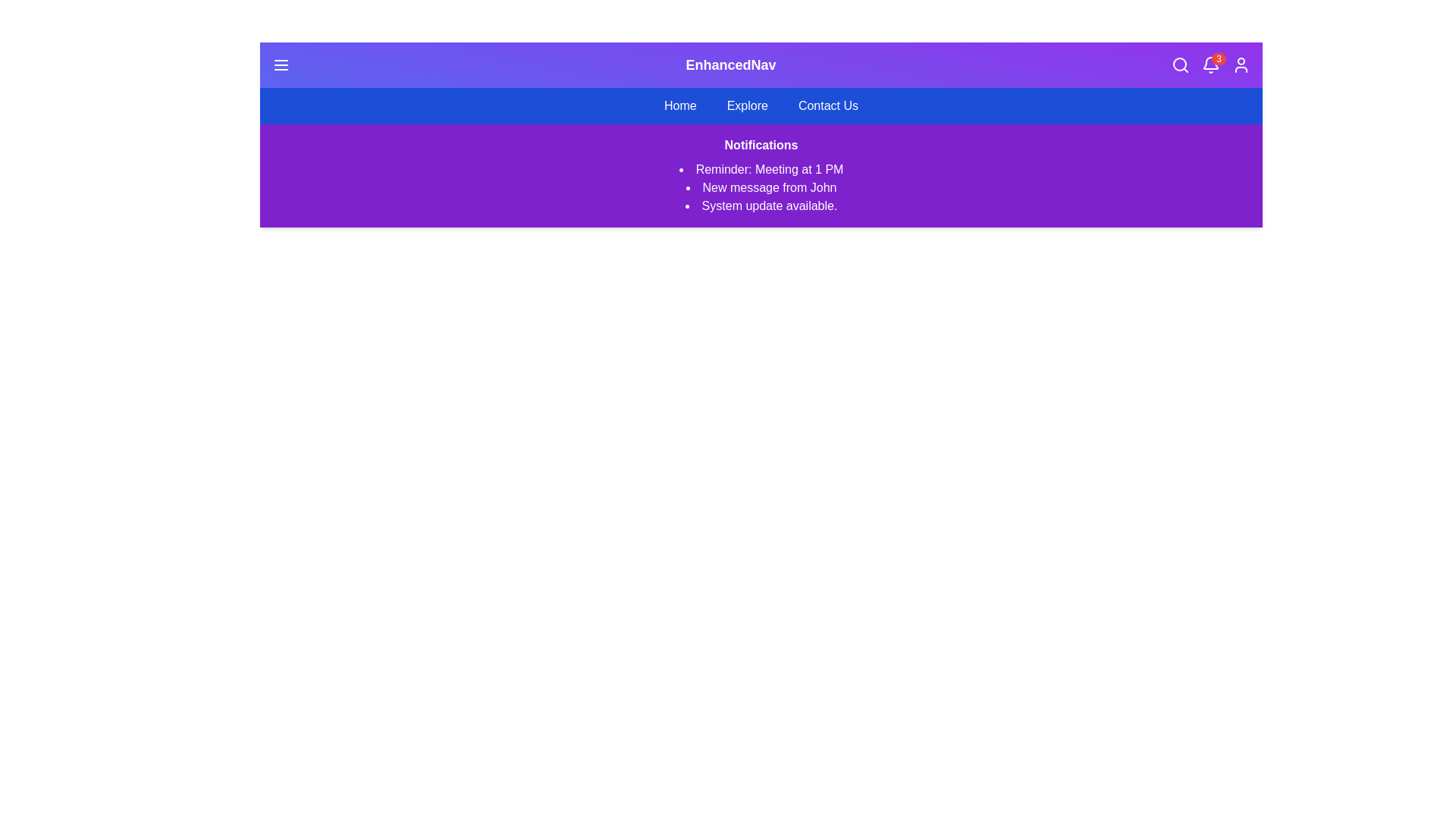 The height and width of the screenshot is (819, 1456). Describe the element at coordinates (827, 105) in the screenshot. I see `the 'Contact Us' button located in the top right corner of the navigation menu` at that location.